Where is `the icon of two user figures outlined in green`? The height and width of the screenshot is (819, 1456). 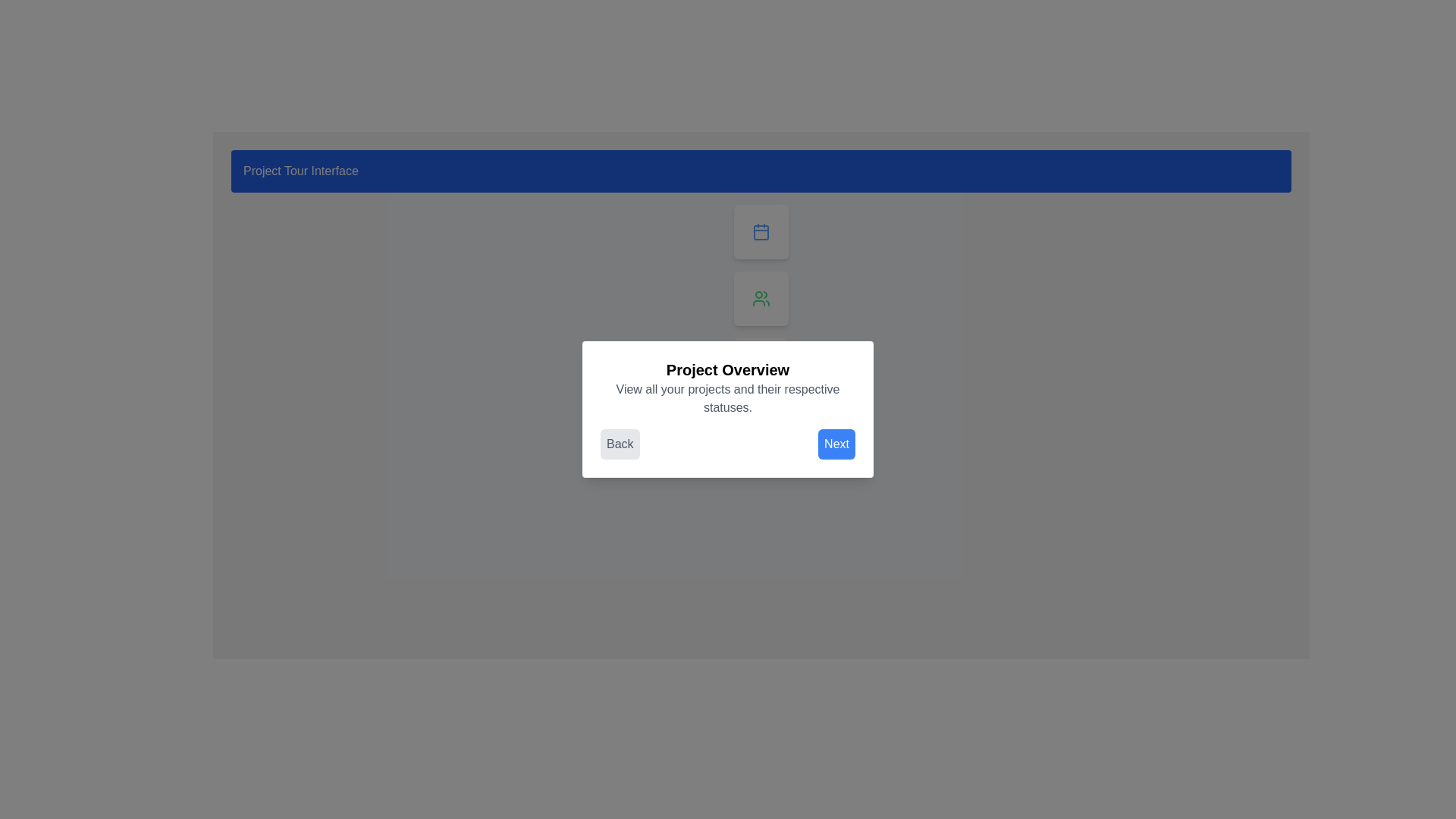
the icon of two user figures outlined in green is located at coordinates (761, 298).